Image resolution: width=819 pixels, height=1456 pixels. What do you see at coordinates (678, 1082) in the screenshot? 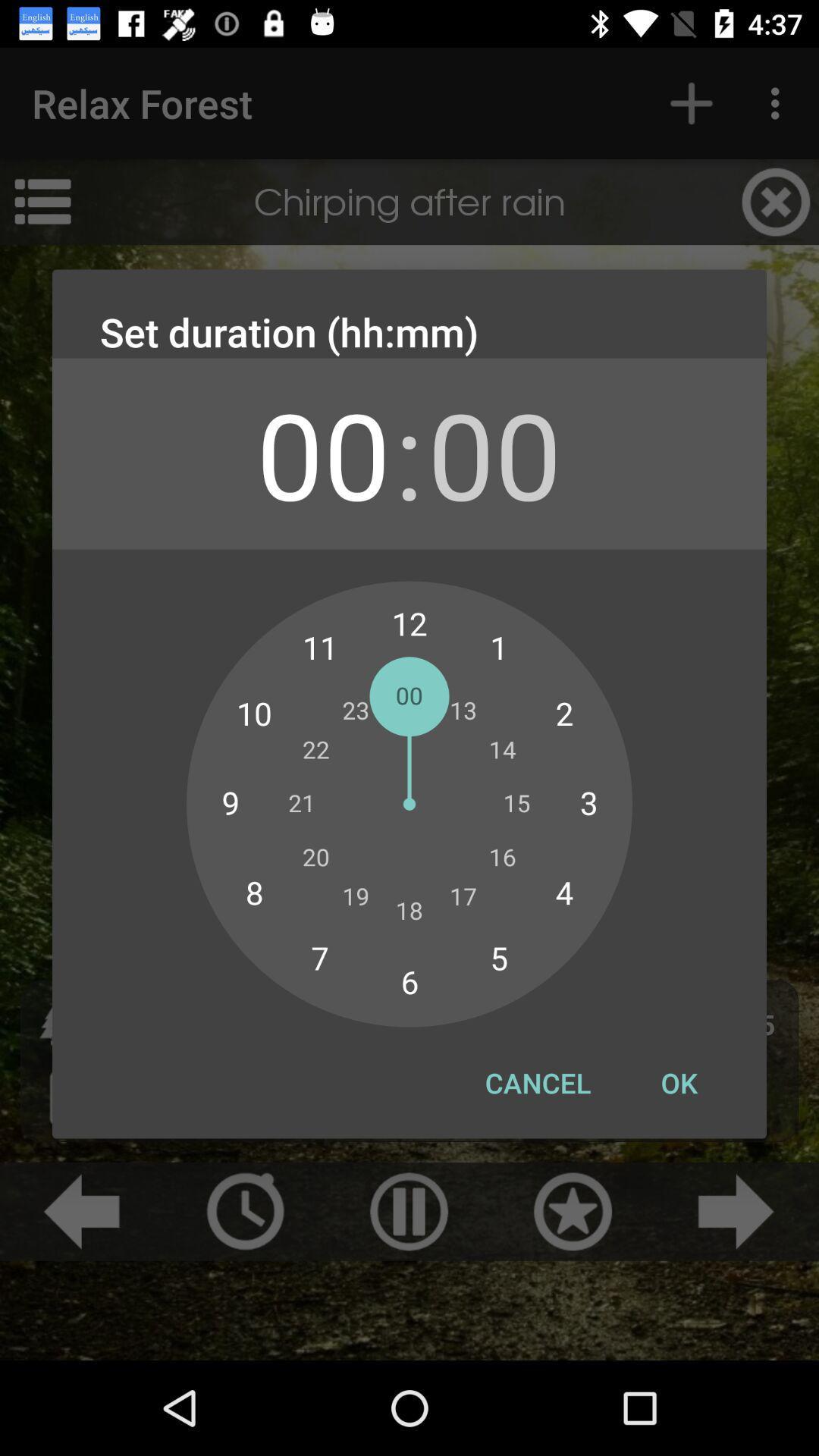
I see `the item at the bottom right corner` at bounding box center [678, 1082].